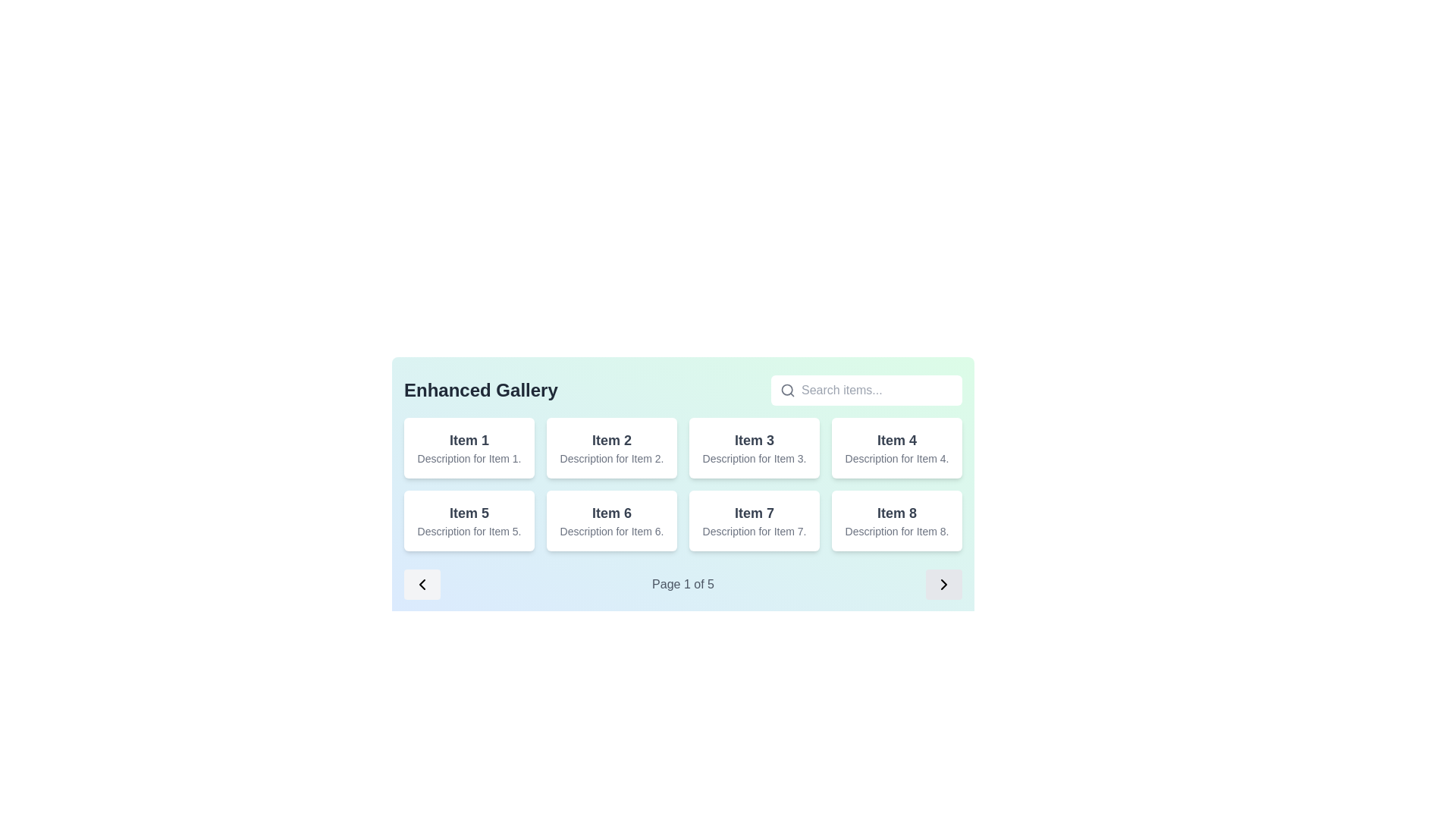 The height and width of the screenshot is (819, 1456). I want to click on the static text element displaying 'Description for Item 8.' which is located within the panel labeled 'Item 8' in the bottom-right corner of the grid layout, so click(896, 531).